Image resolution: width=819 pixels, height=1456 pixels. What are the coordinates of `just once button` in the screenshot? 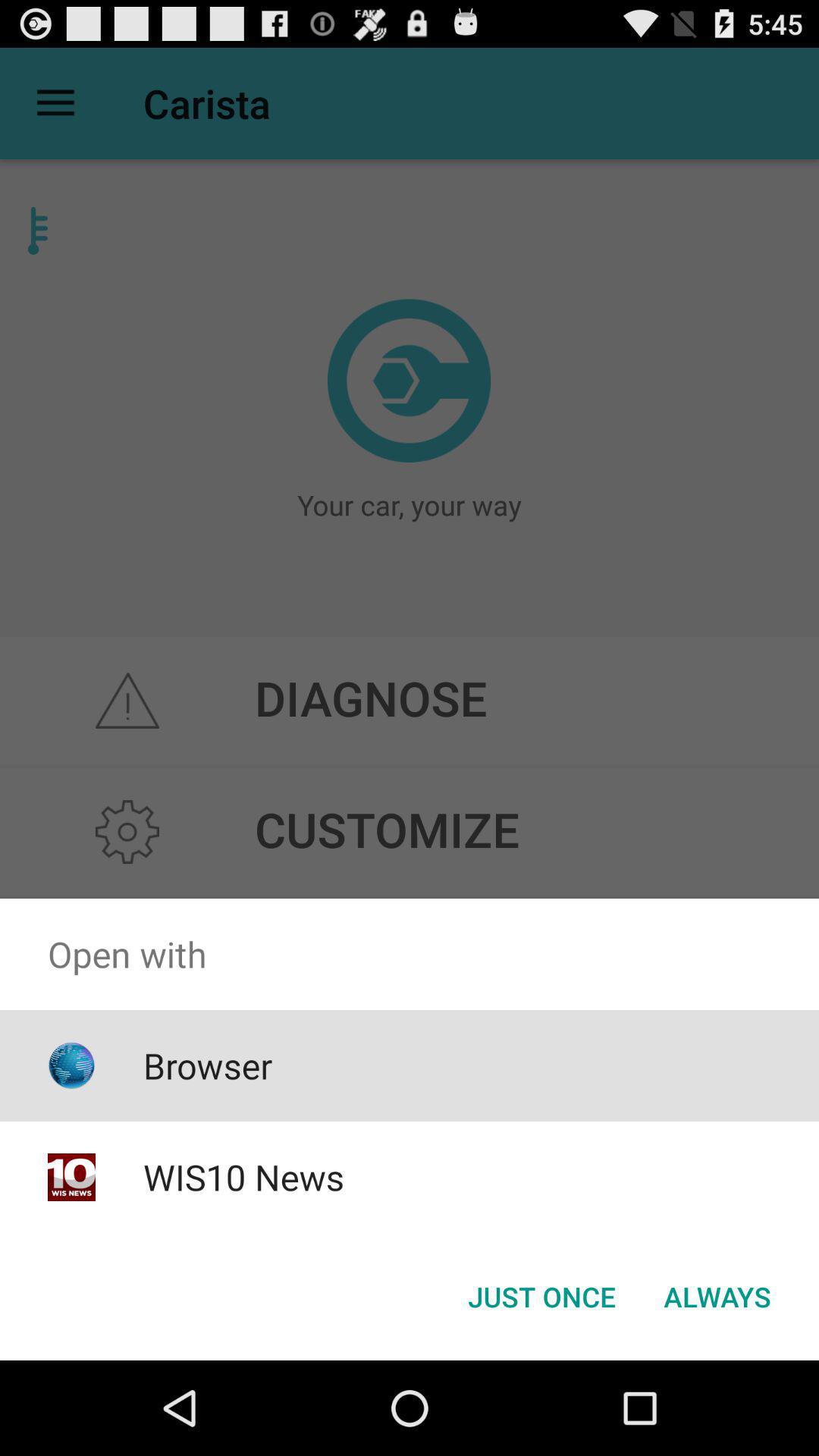 It's located at (541, 1295).